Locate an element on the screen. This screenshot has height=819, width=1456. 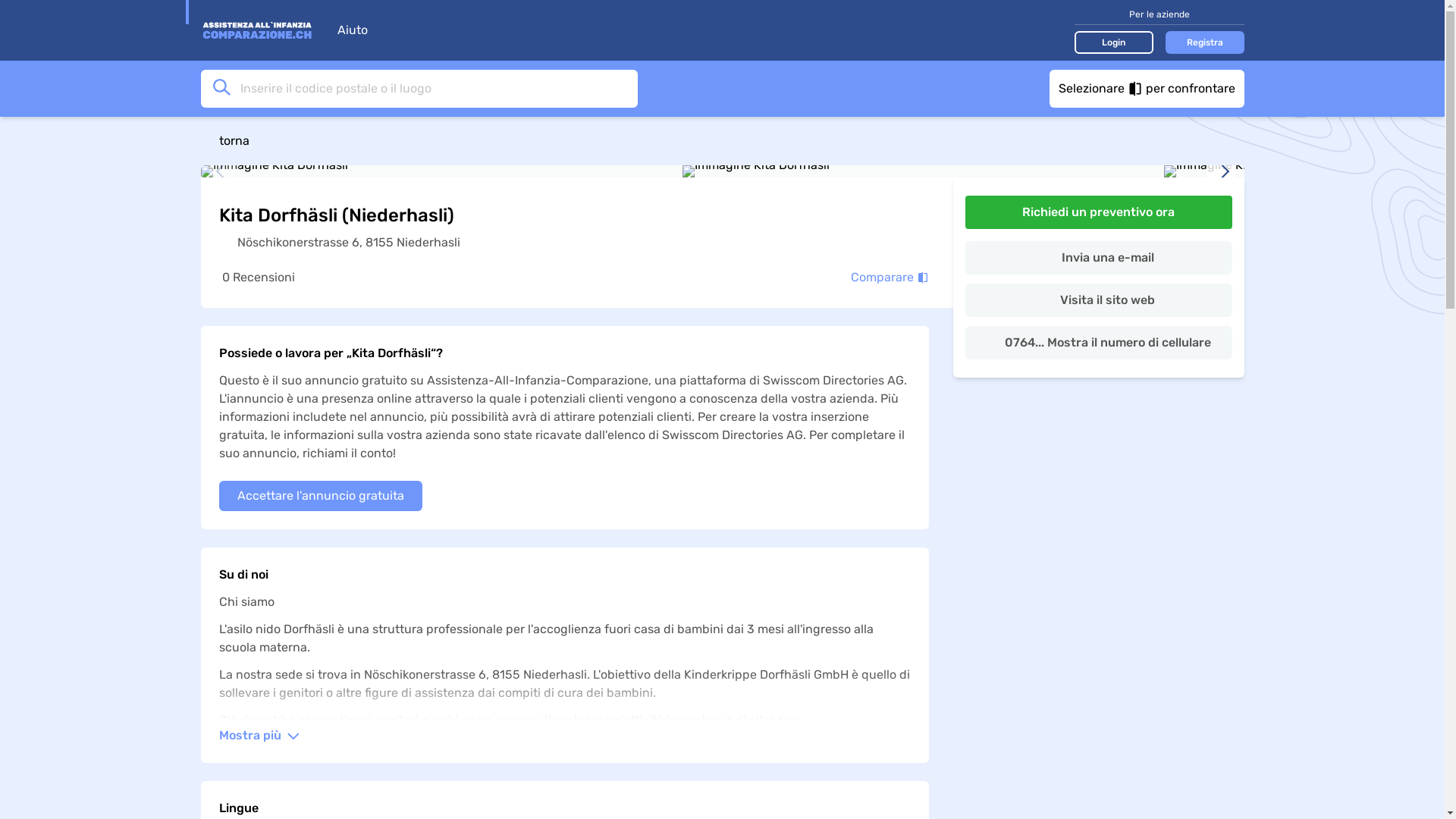
'Richiedi un preventivo ora' is located at coordinates (1098, 212).